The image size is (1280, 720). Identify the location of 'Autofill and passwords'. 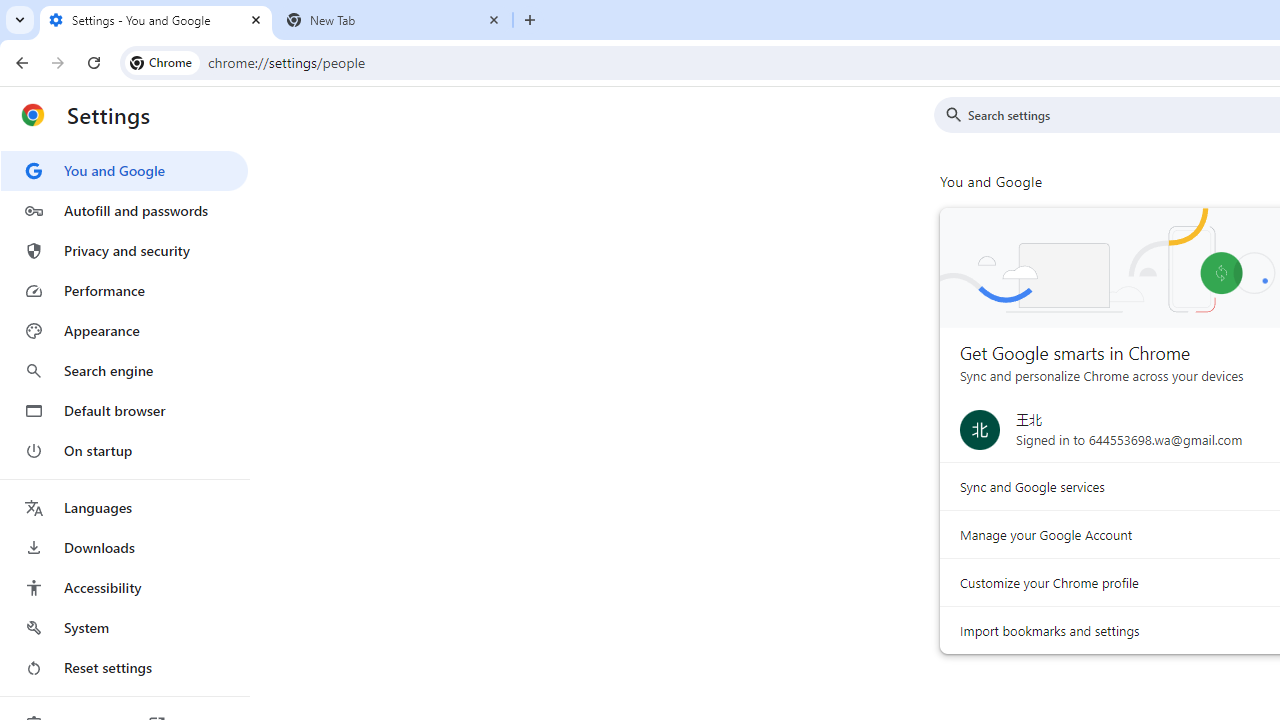
(123, 210).